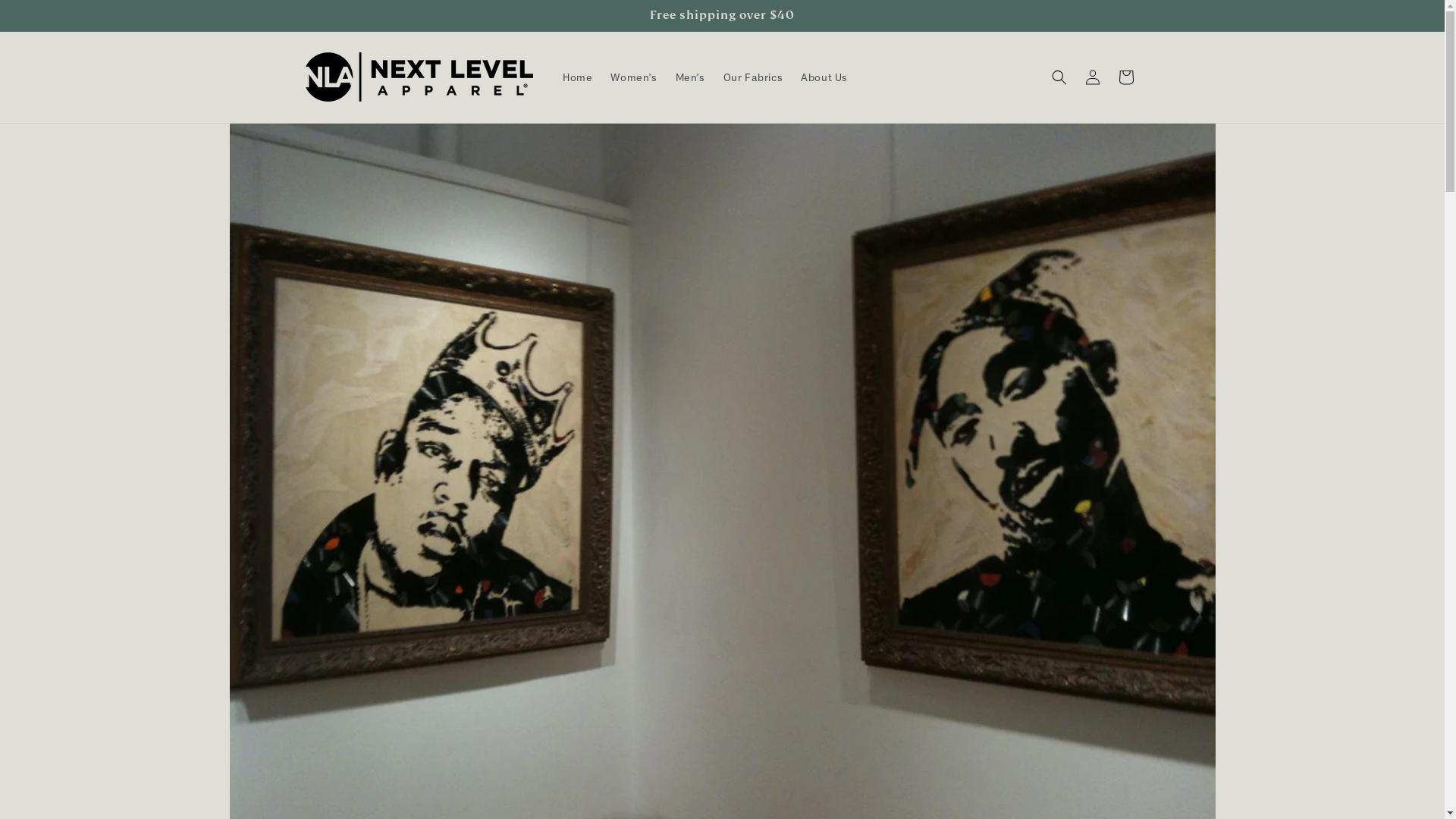 This screenshot has height=819, width=1456. What do you see at coordinates (790, 77) in the screenshot?
I see `'About Us'` at bounding box center [790, 77].